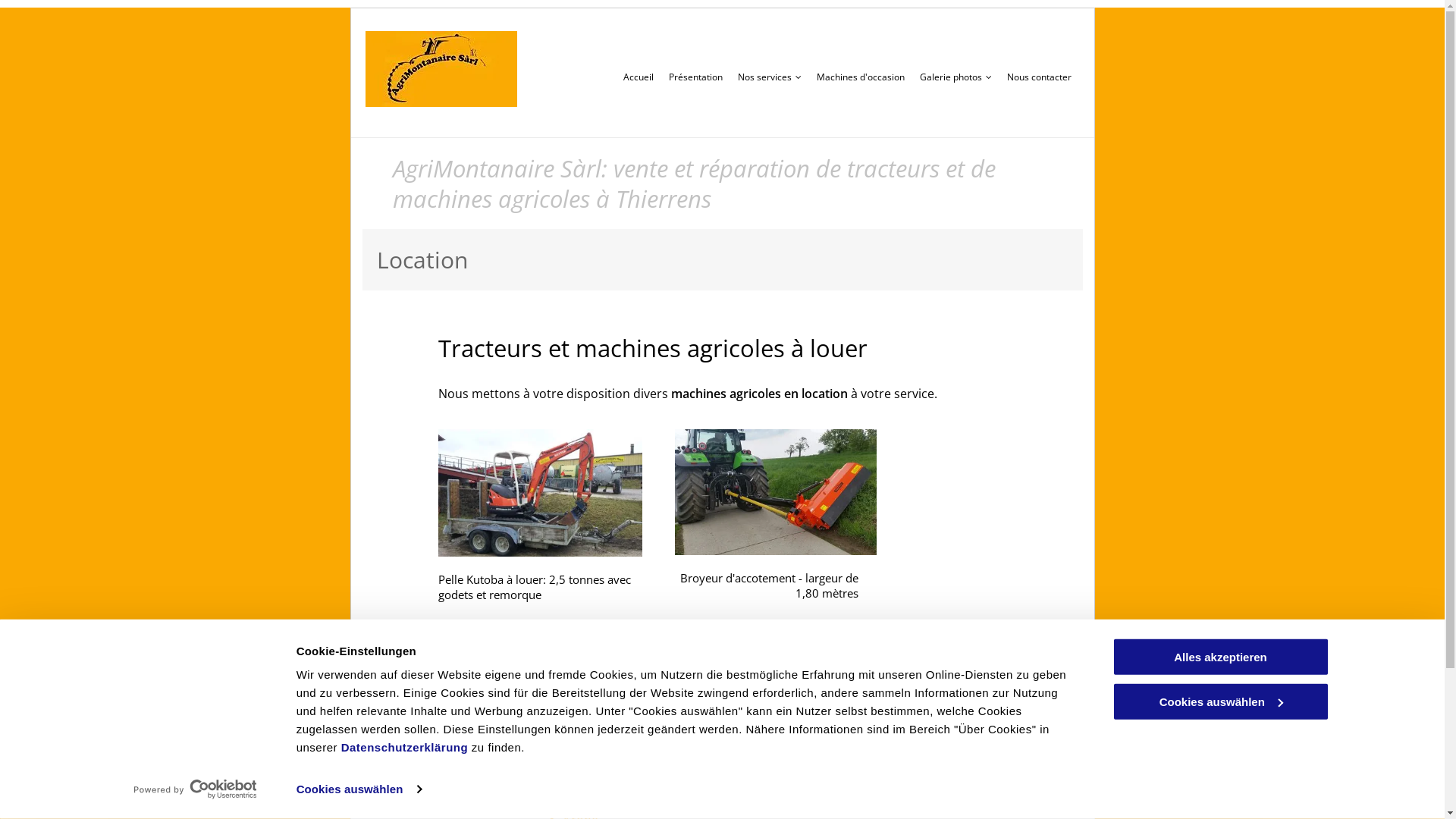  What do you see at coordinates (758, 393) in the screenshot?
I see `'machines agricoles en location'` at bounding box center [758, 393].